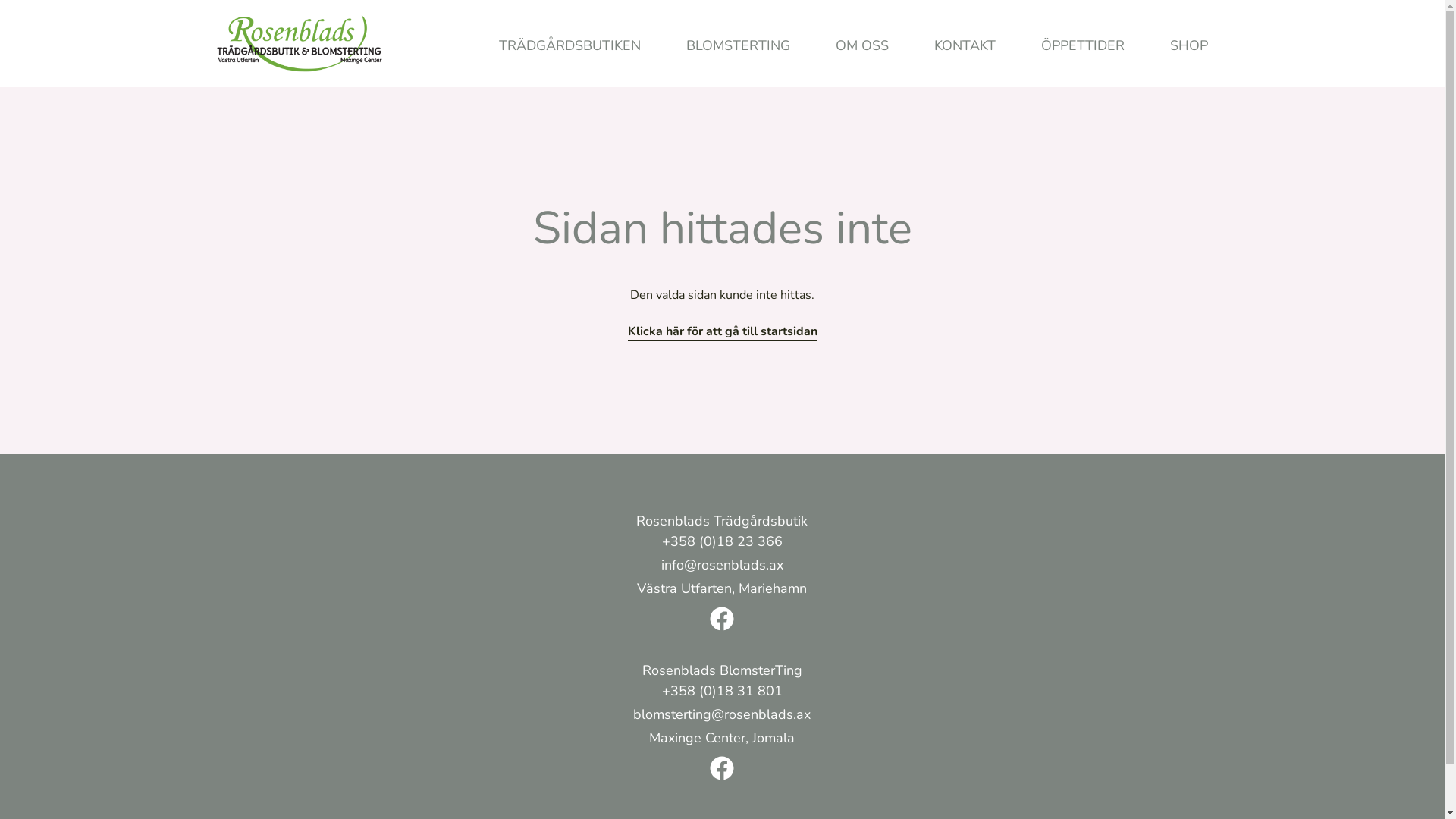 This screenshot has width=1456, height=819. What do you see at coordinates (720, 716) in the screenshot?
I see `'blomsterting@rosenblads.ax'` at bounding box center [720, 716].